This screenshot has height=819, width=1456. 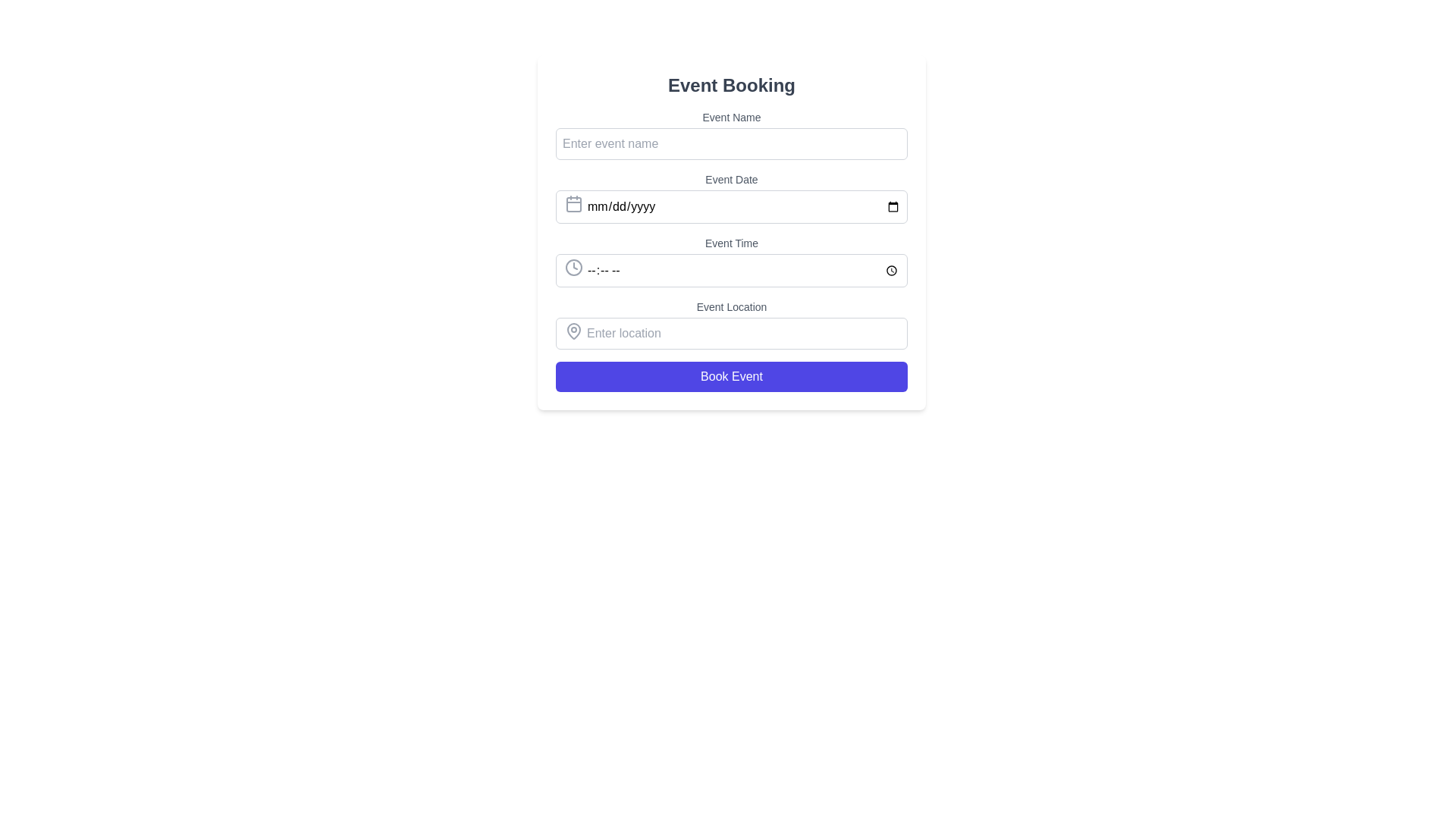 What do you see at coordinates (731, 207) in the screenshot?
I see `the 'date' input field in the 'Event Date' section` at bounding box center [731, 207].